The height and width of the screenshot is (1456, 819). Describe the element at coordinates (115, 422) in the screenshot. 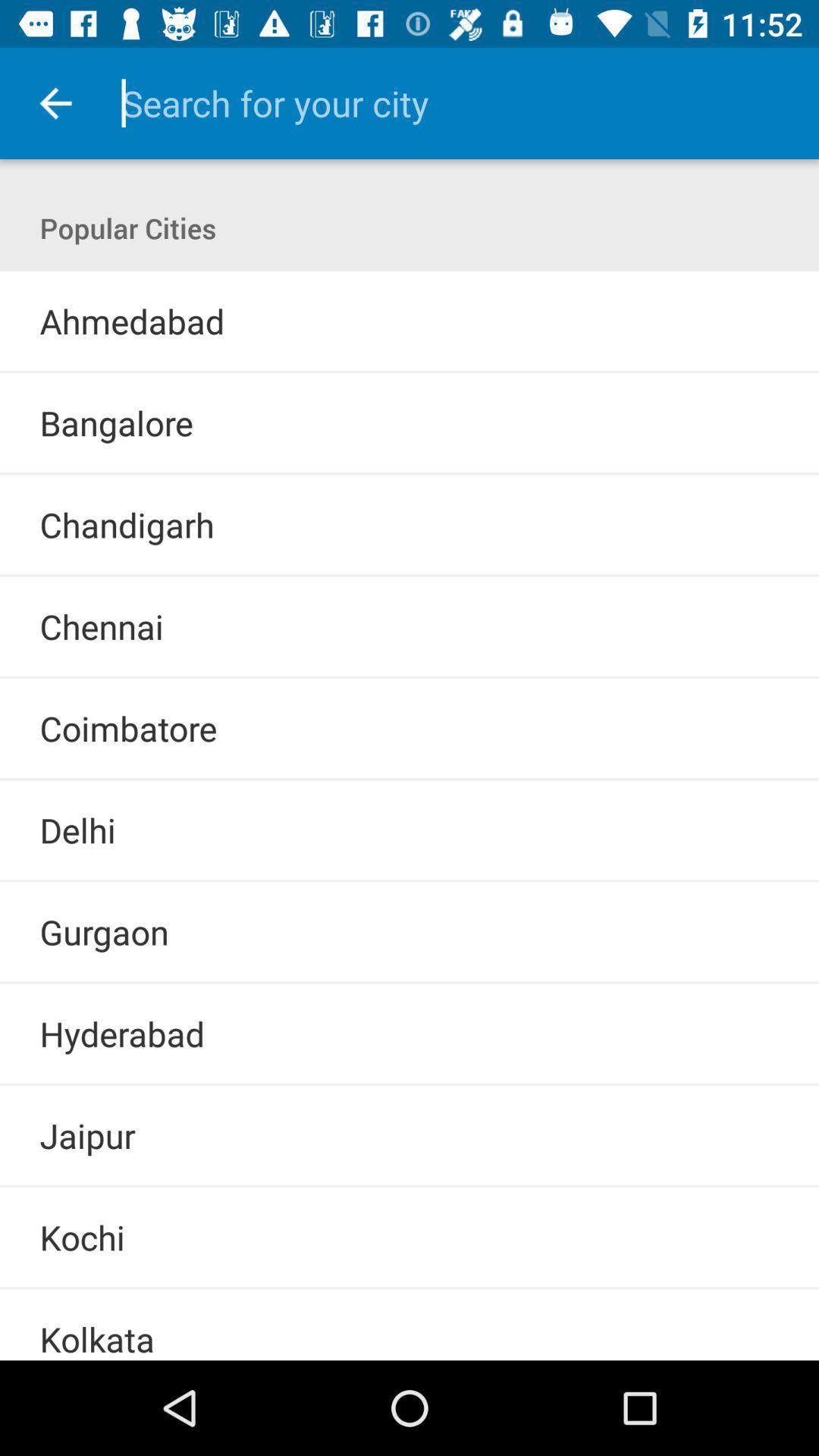

I see `bangalore icon` at that location.